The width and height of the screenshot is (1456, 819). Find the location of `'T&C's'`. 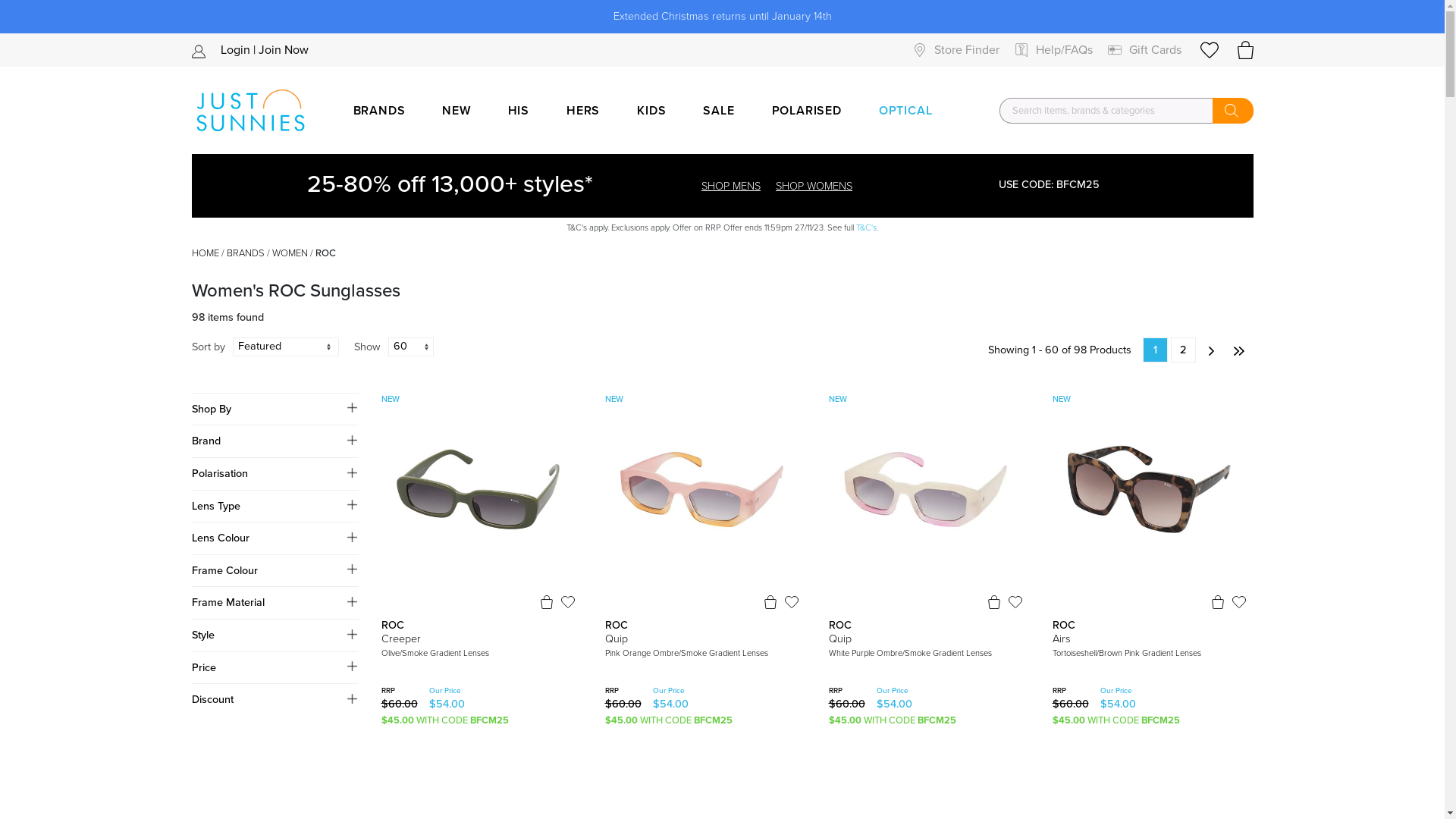

'T&C's' is located at coordinates (866, 227).